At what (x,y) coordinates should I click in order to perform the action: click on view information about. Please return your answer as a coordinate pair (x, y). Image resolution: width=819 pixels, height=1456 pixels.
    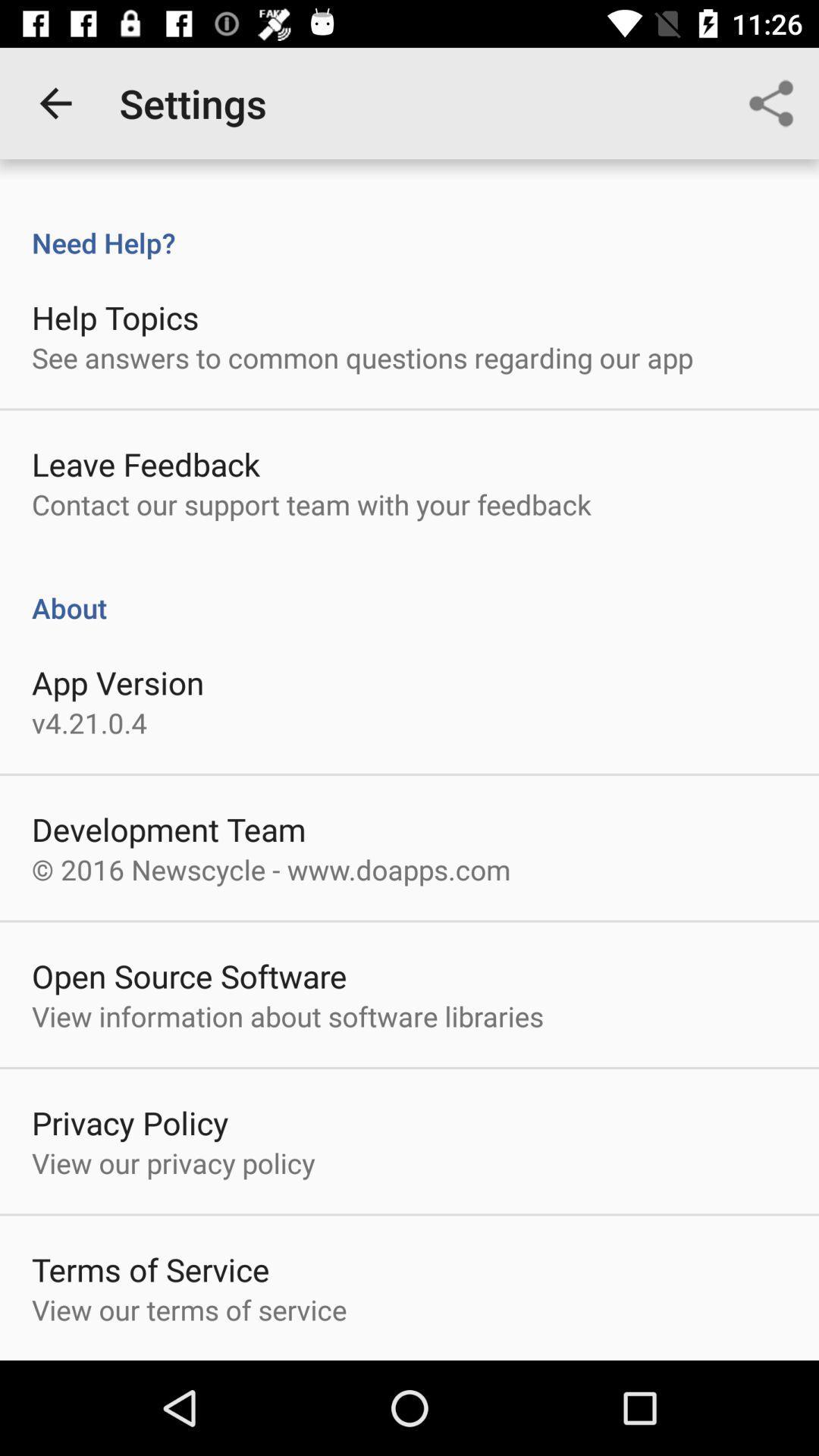
    Looking at the image, I should click on (287, 1016).